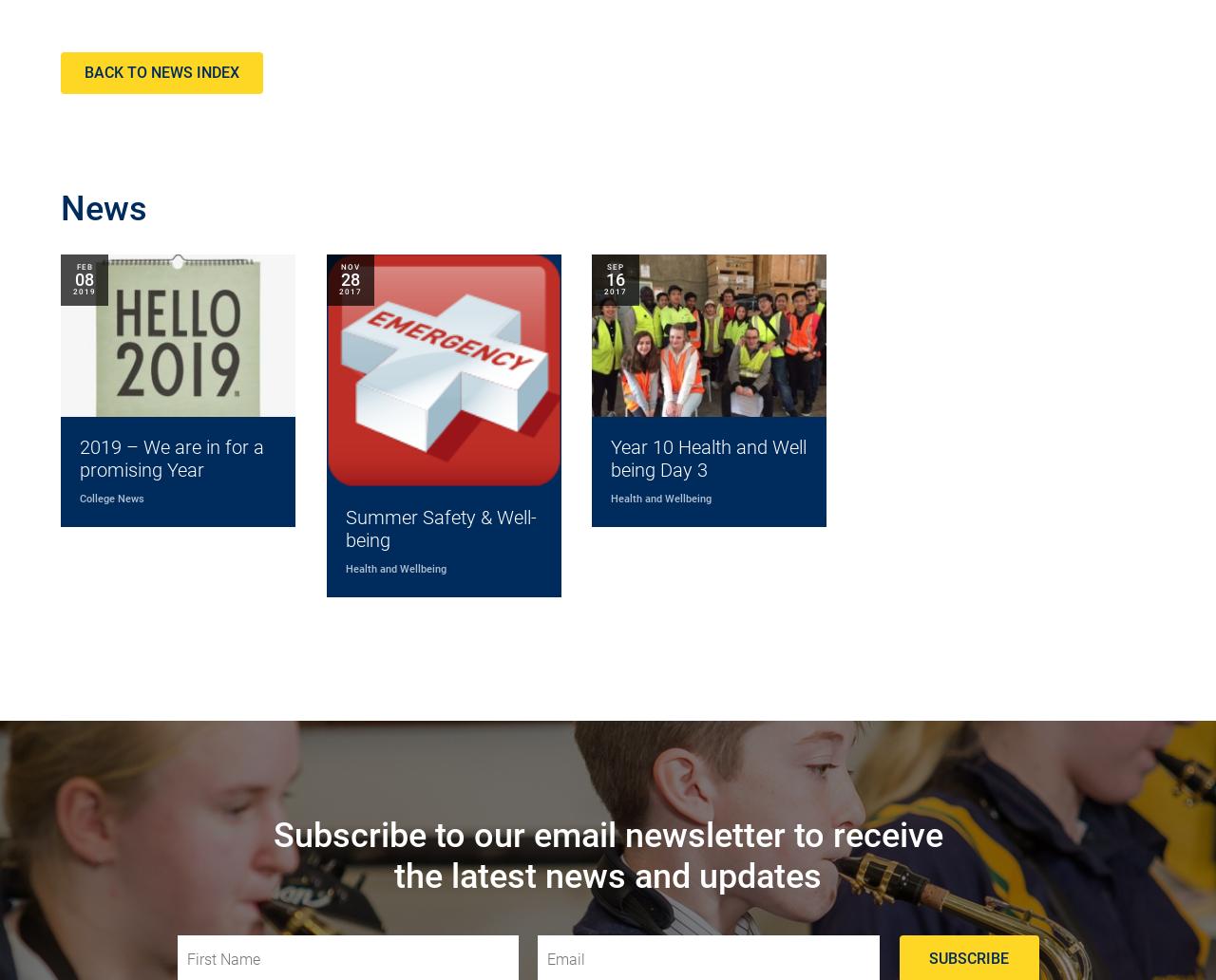 Image resolution: width=1216 pixels, height=980 pixels. Describe the element at coordinates (61, 206) in the screenshot. I see `'News'` at that location.